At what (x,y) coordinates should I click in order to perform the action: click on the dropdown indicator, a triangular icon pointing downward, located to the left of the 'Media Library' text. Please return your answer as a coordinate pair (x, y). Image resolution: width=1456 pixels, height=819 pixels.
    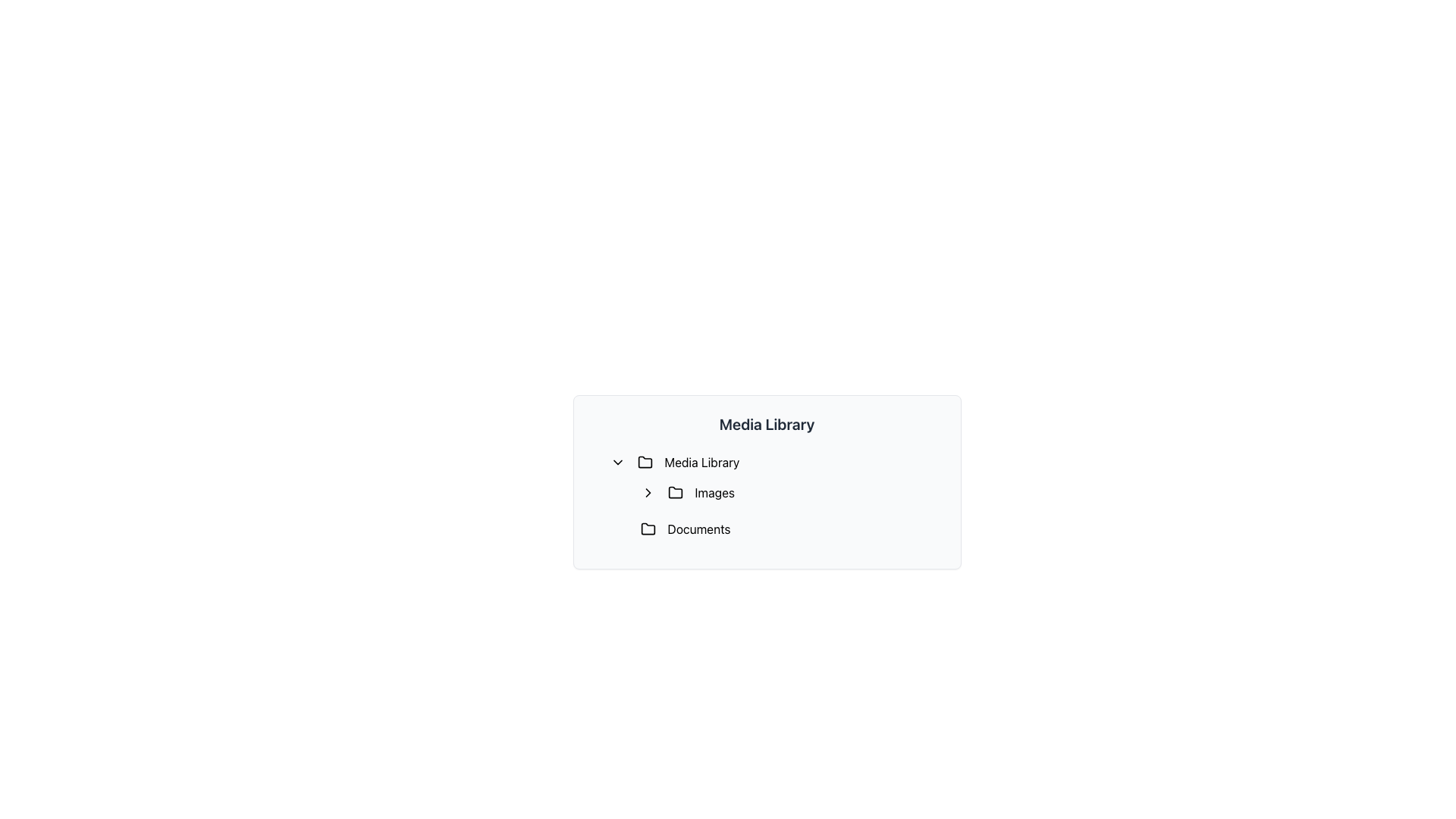
    Looking at the image, I should click on (617, 461).